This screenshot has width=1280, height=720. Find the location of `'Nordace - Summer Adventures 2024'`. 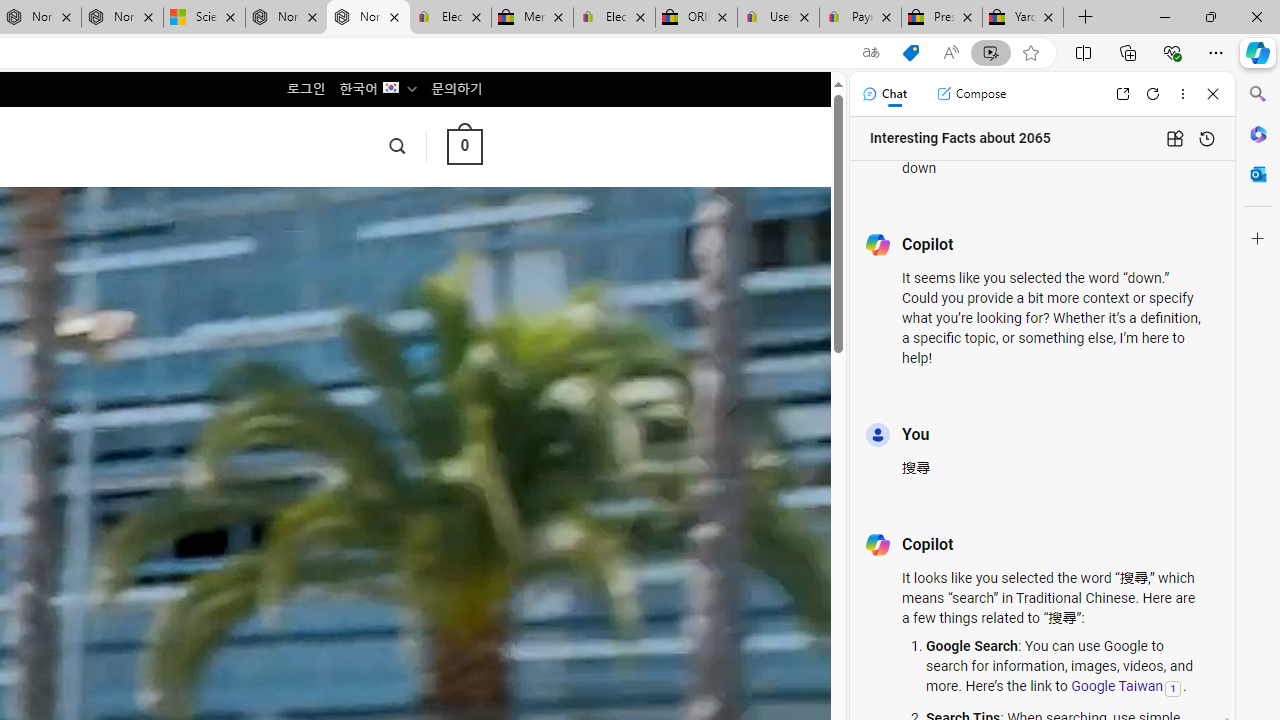

'Nordace - Summer Adventures 2024' is located at coordinates (285, 17).